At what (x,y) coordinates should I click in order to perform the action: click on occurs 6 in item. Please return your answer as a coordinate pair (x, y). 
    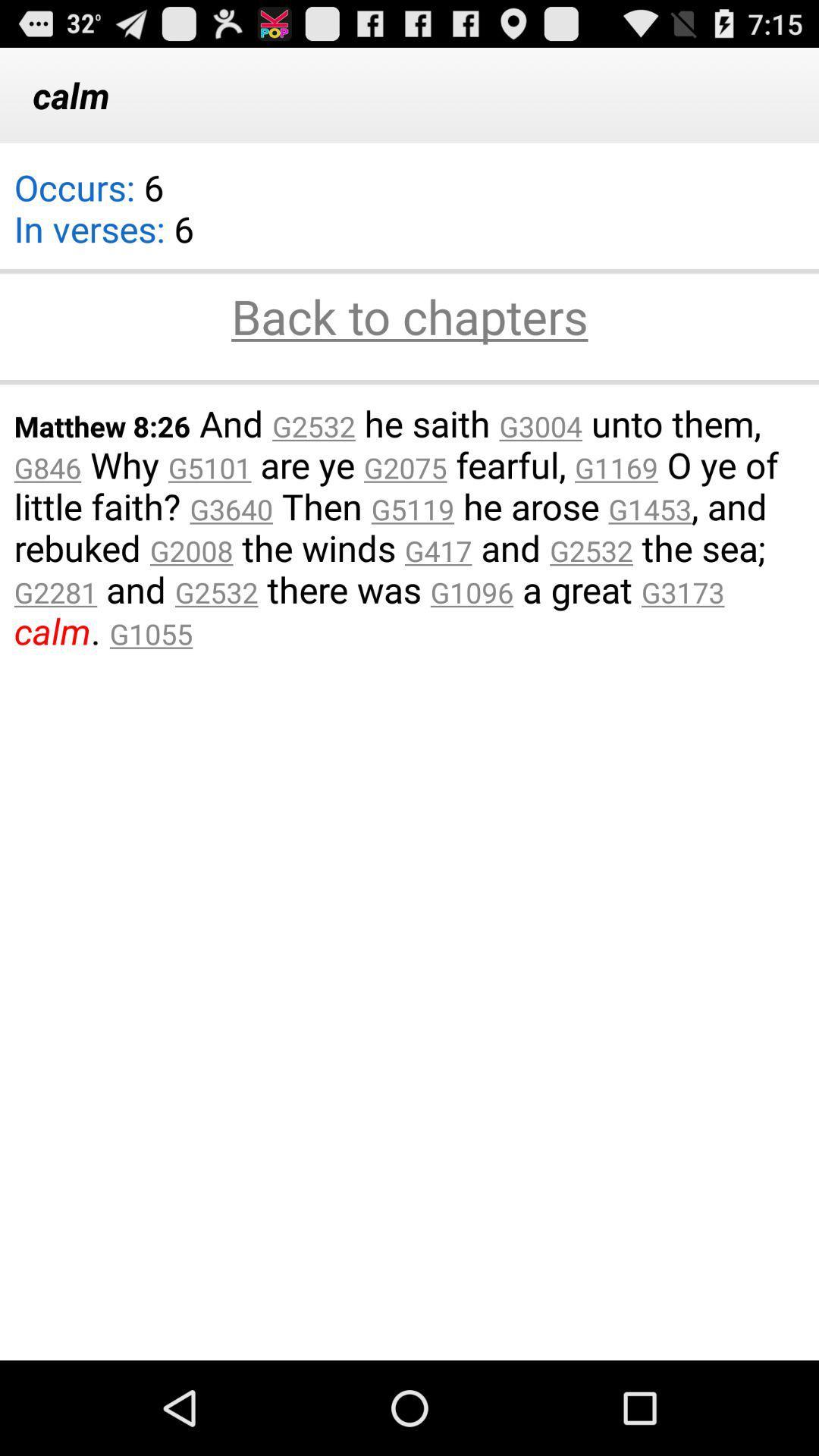
    Looking at the image, I should click on (103, 217).